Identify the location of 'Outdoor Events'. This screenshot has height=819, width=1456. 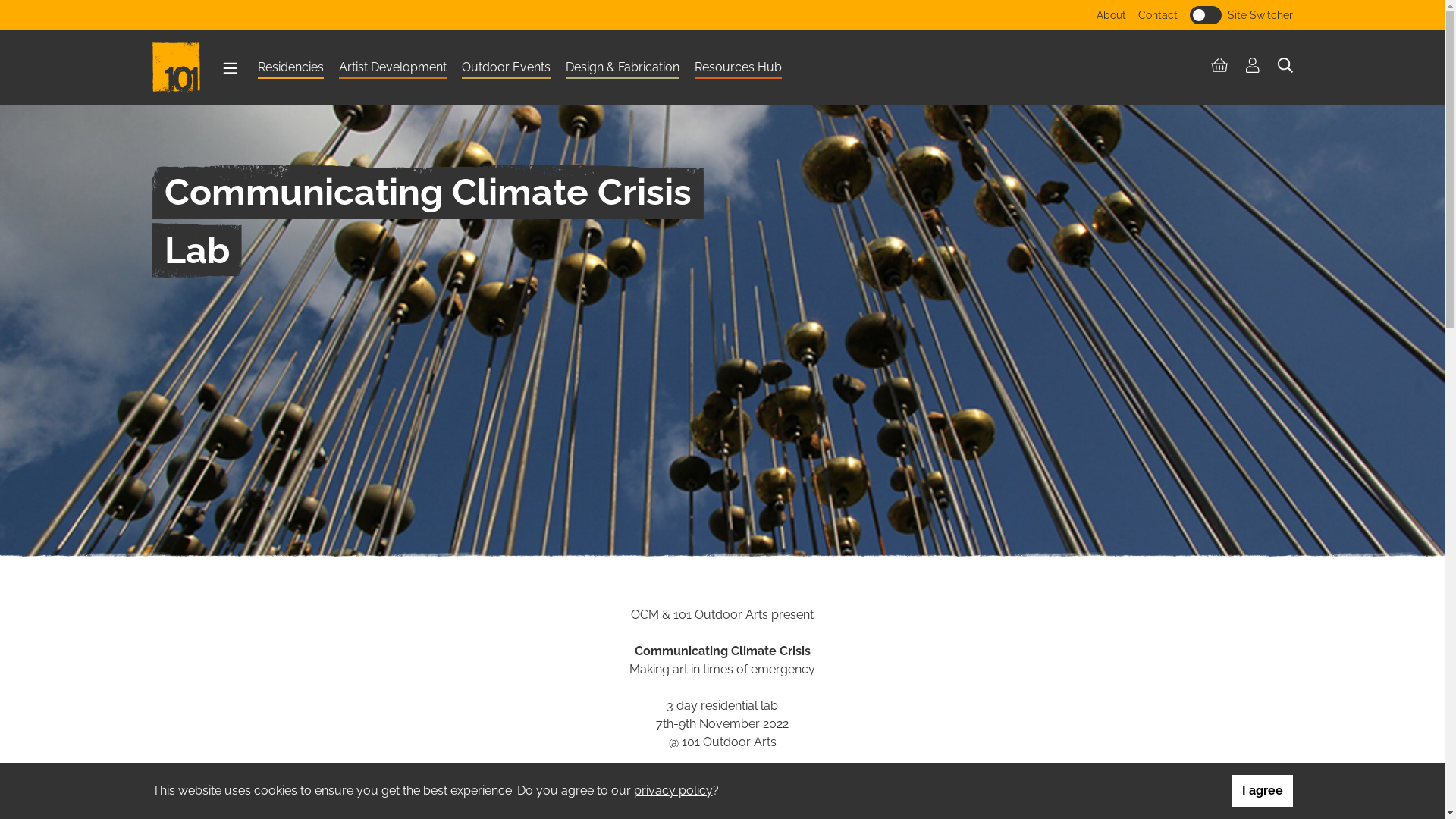
(505, 69).